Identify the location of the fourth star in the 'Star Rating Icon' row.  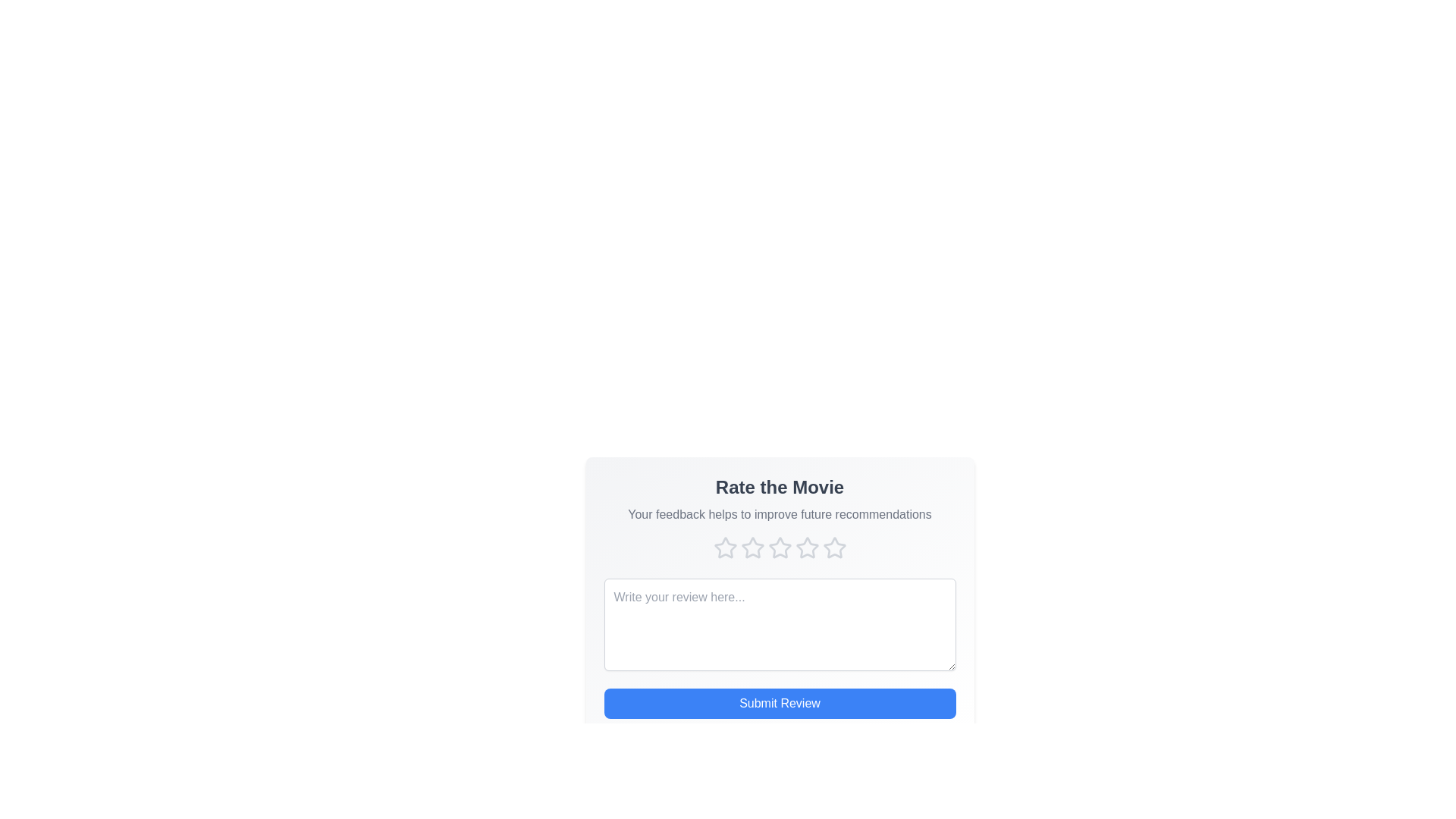
(806, 548).